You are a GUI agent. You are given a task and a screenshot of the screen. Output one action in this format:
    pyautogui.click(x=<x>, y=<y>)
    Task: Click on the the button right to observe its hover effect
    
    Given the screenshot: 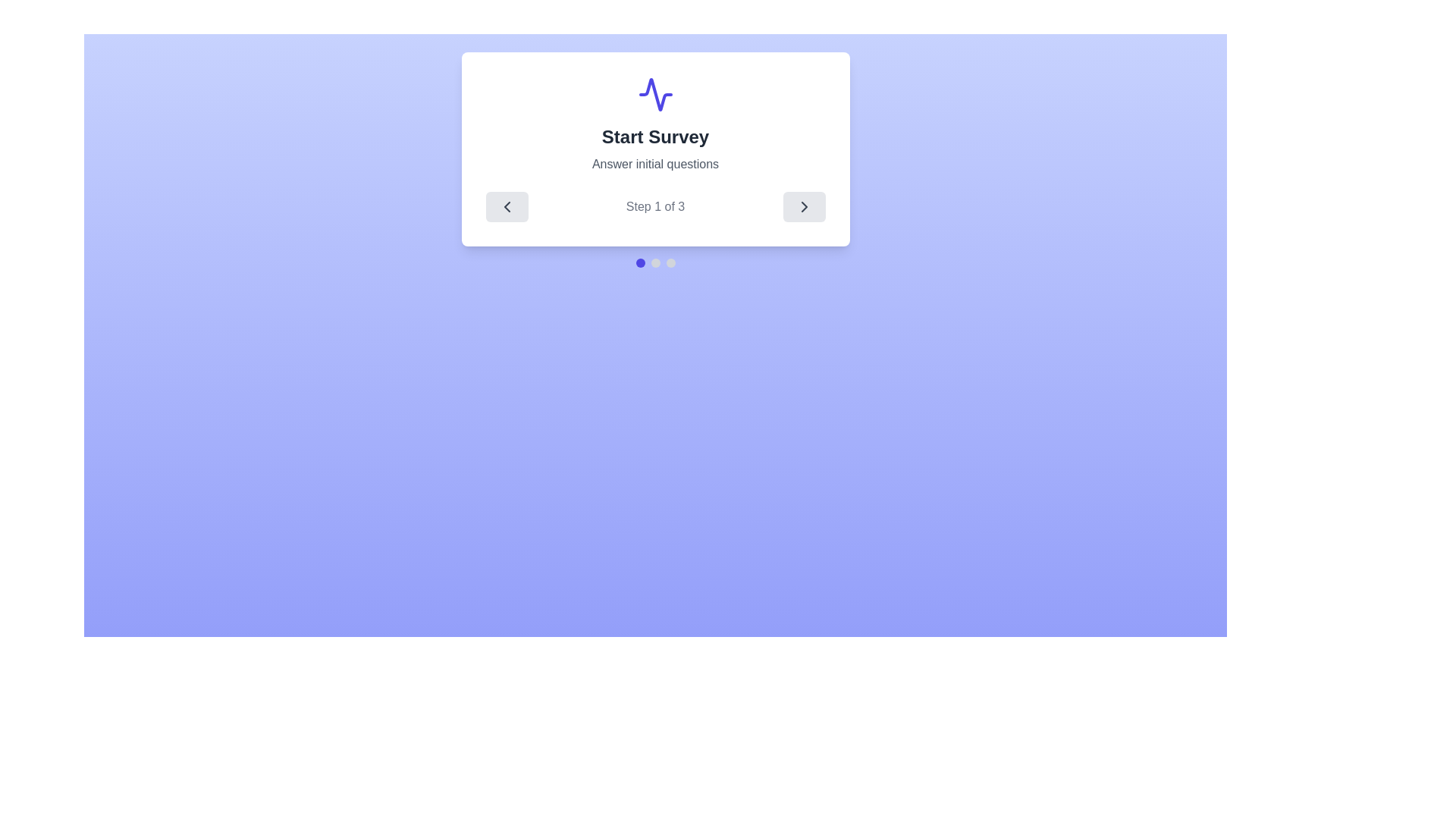 What is the action you would take?
    pyautogui.click(x=803, y=207)
    